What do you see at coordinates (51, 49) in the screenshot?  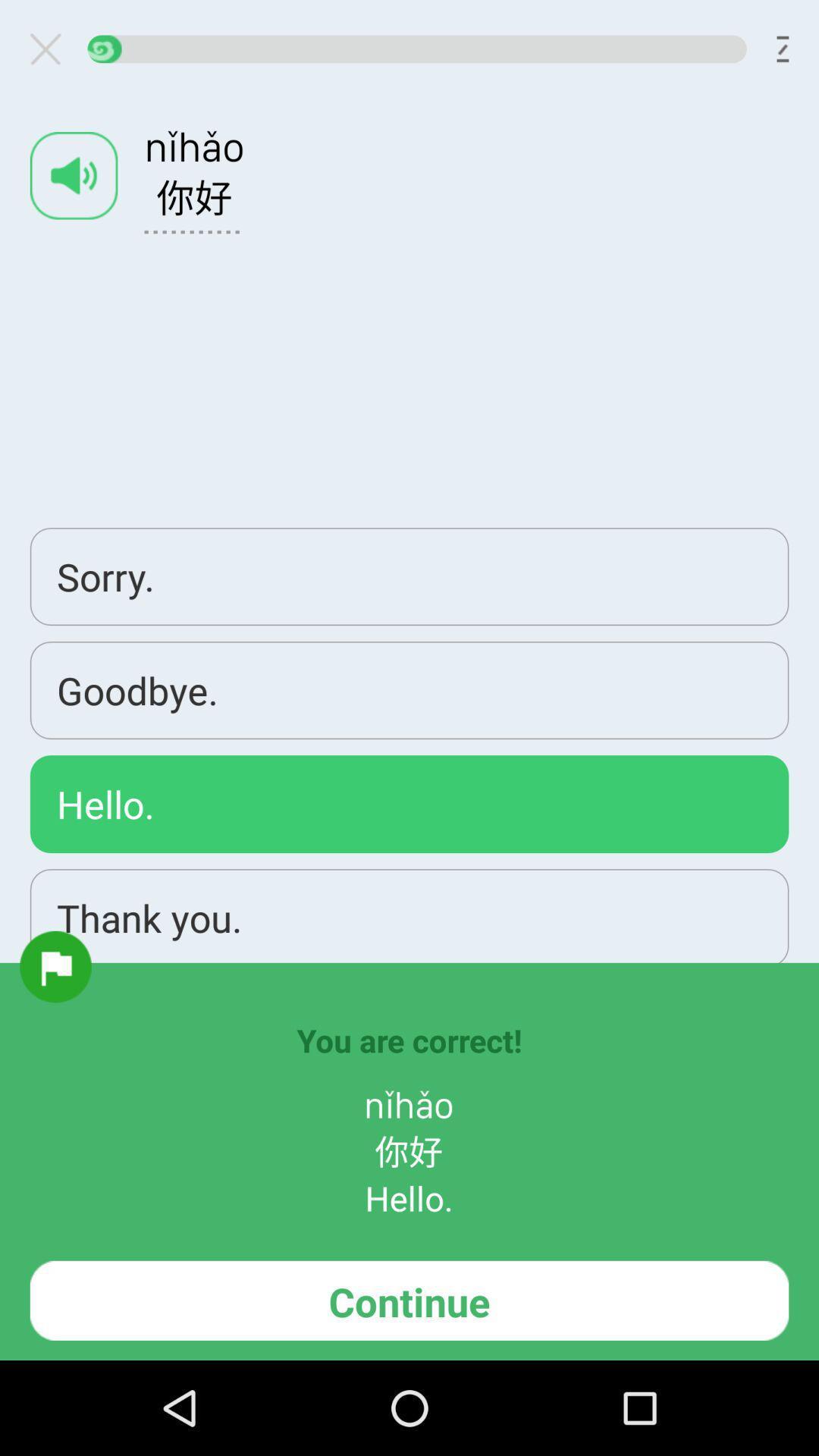 I see `close` at bounding box center [51, 49].